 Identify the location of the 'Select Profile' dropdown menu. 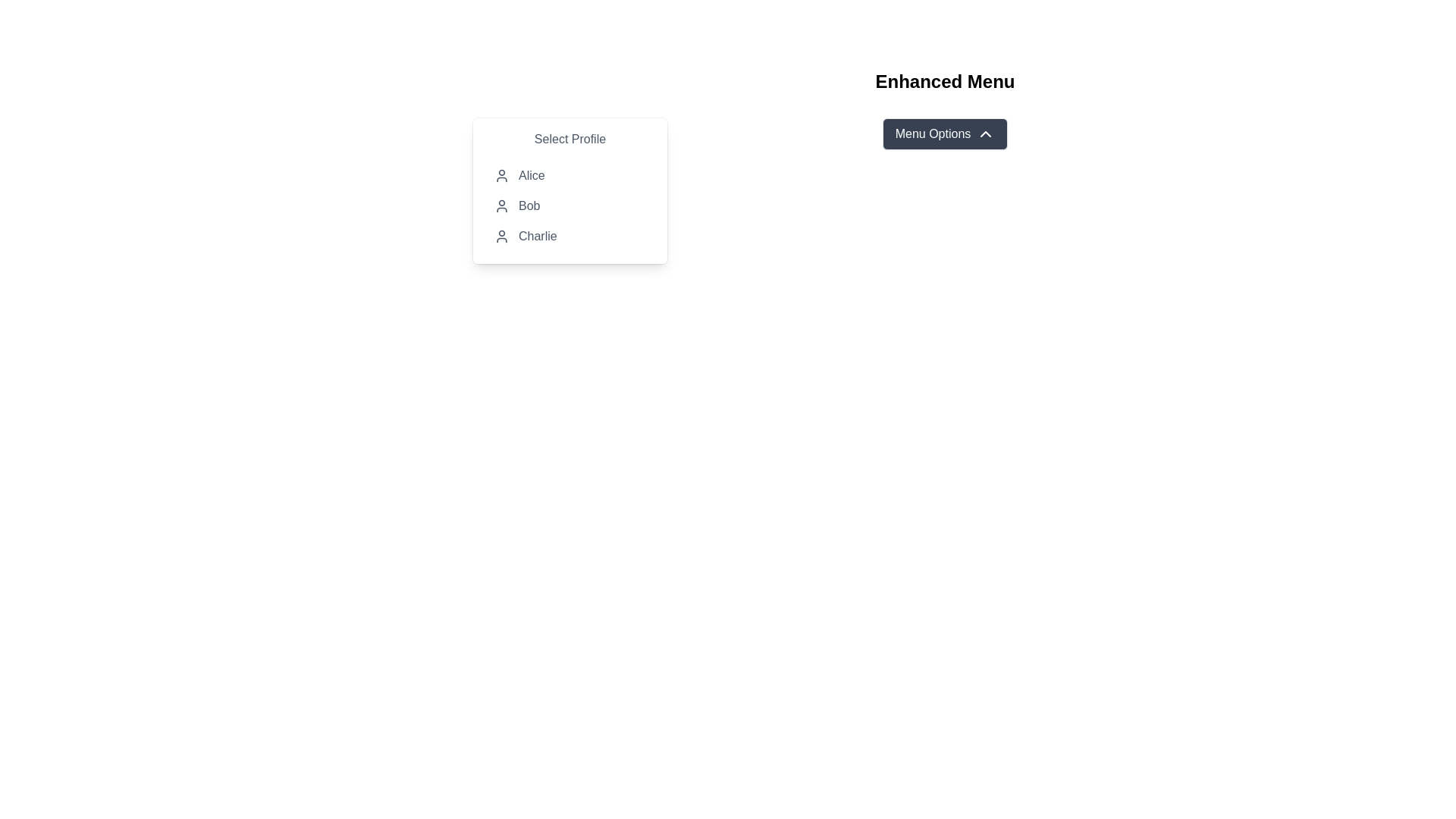
(570, 190).